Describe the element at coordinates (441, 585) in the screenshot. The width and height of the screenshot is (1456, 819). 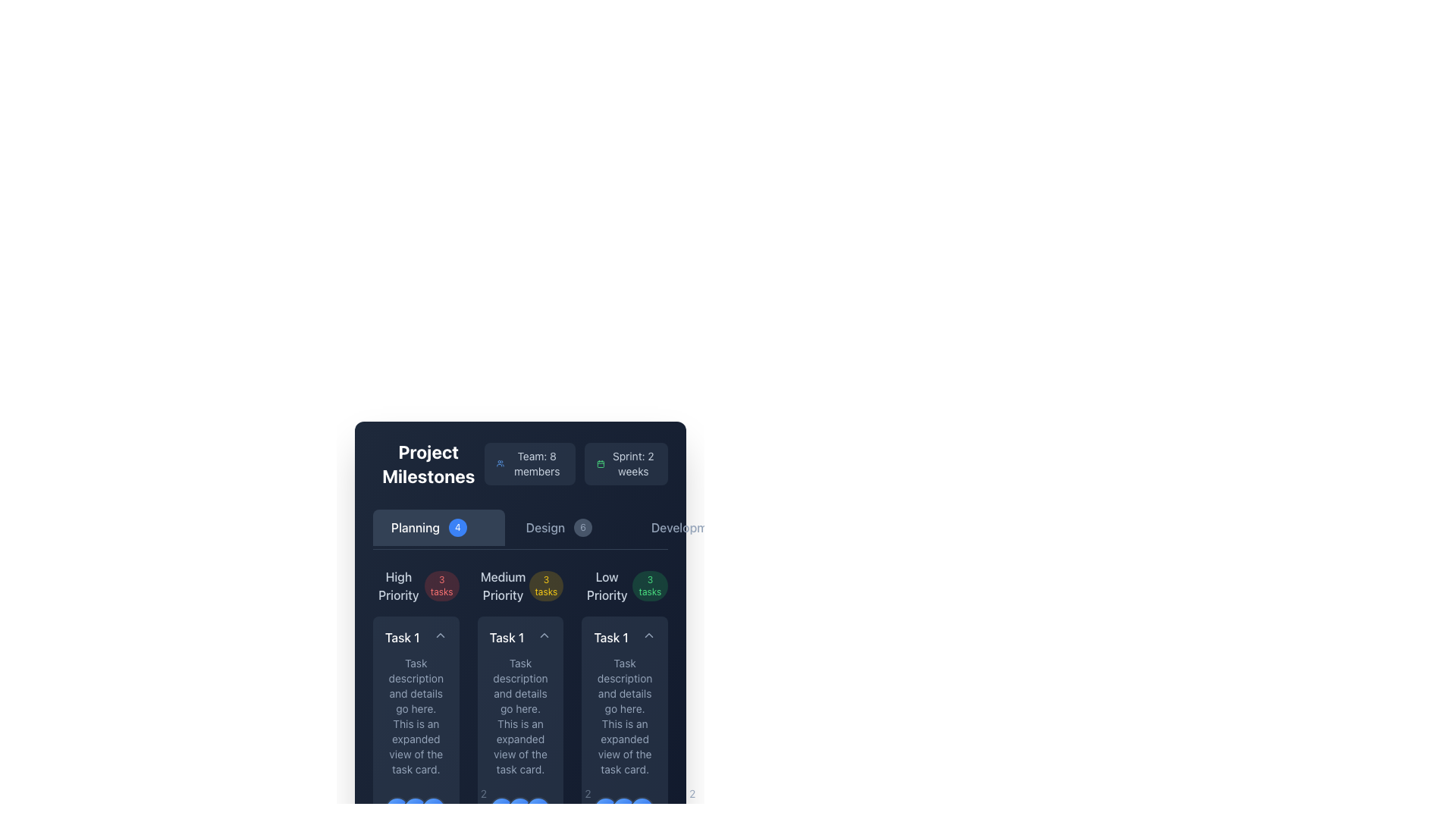
I see `the visual indicator label showing the number of tasks classified under the 'High Priority' category` at that location.